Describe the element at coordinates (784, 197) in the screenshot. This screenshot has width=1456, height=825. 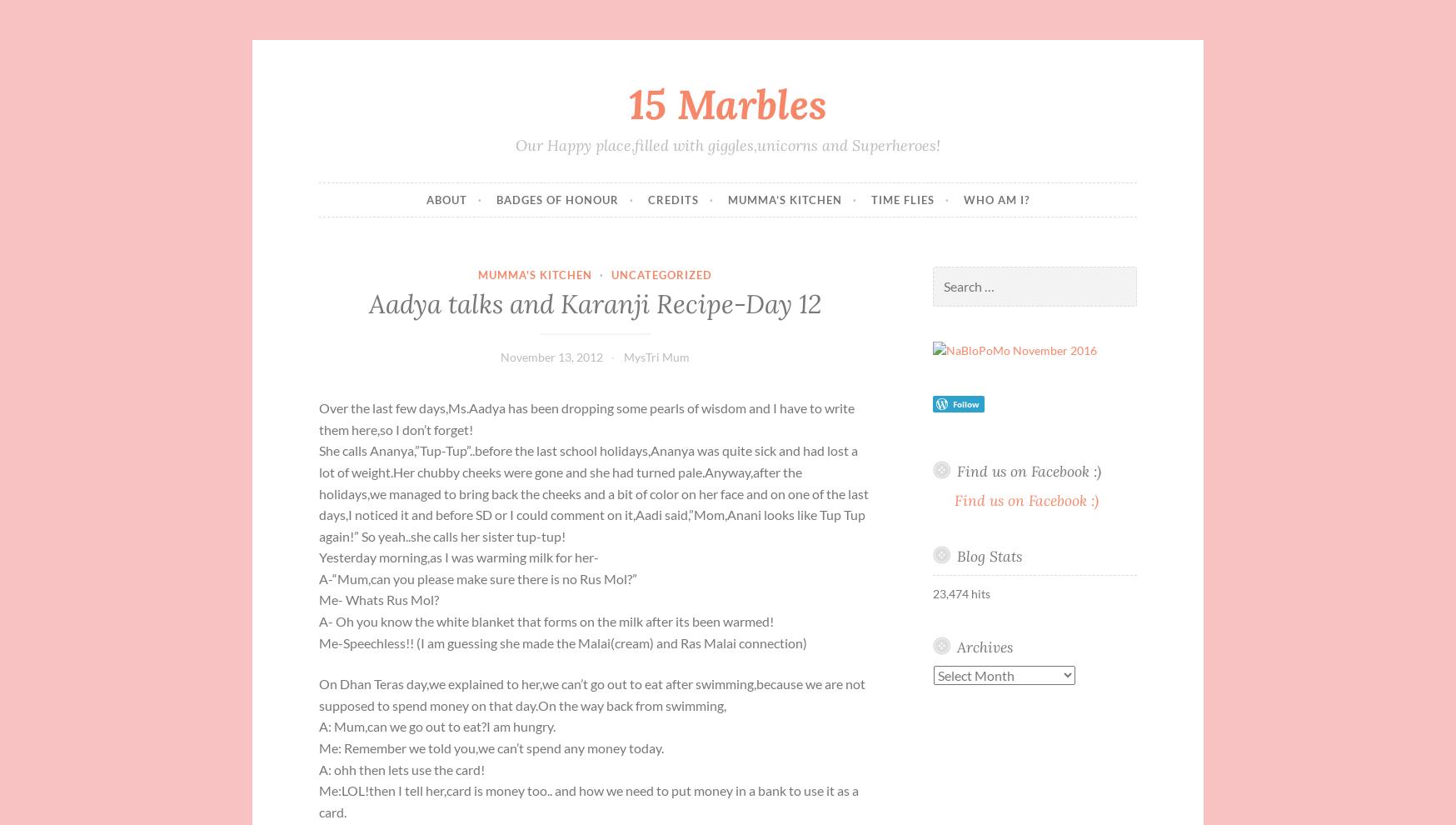
I see `'Mumma’s Kitchen'` at that location.